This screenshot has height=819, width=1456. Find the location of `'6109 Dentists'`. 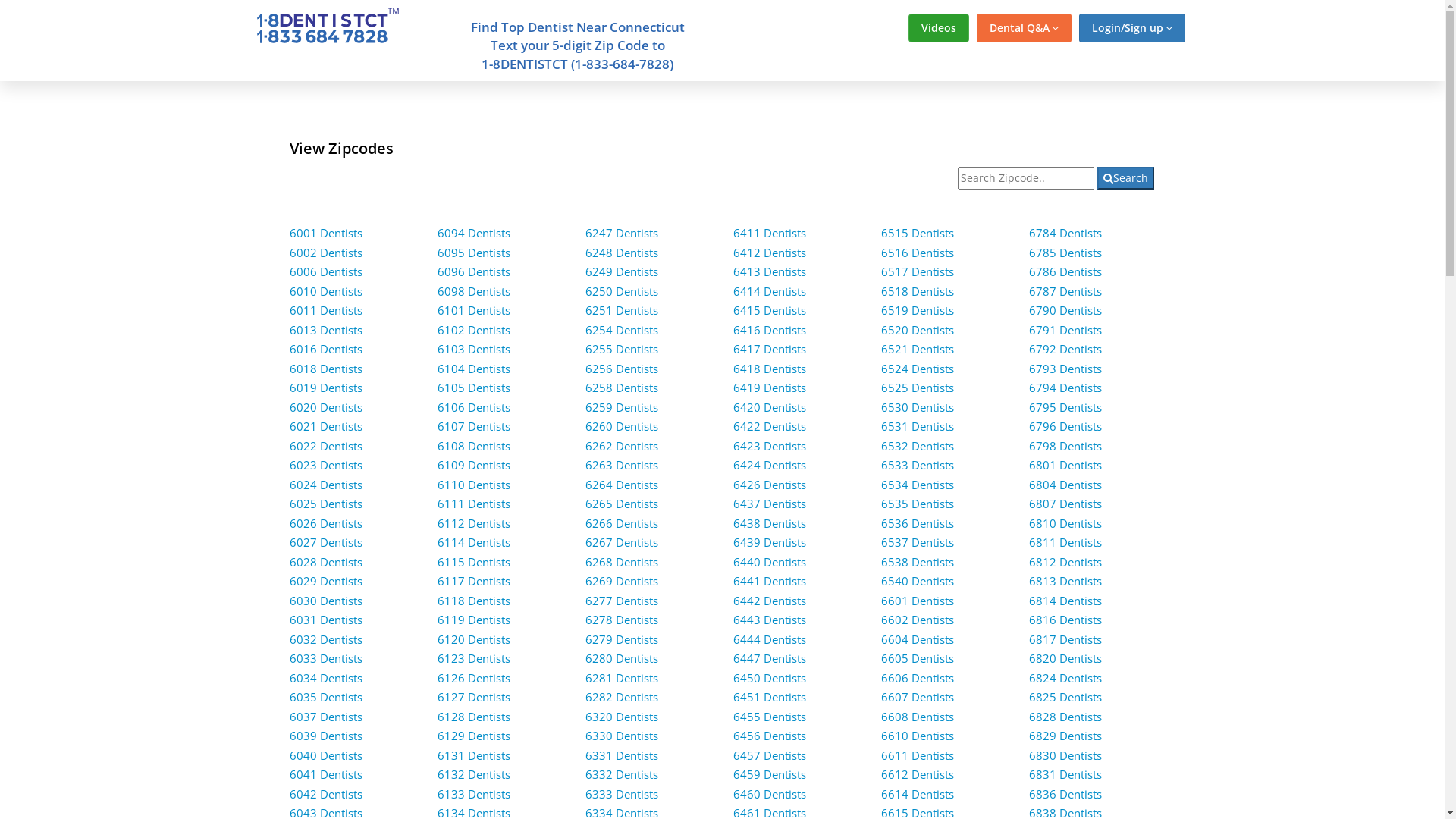

'6109 Dentists' is located at coordinates (472, 464).